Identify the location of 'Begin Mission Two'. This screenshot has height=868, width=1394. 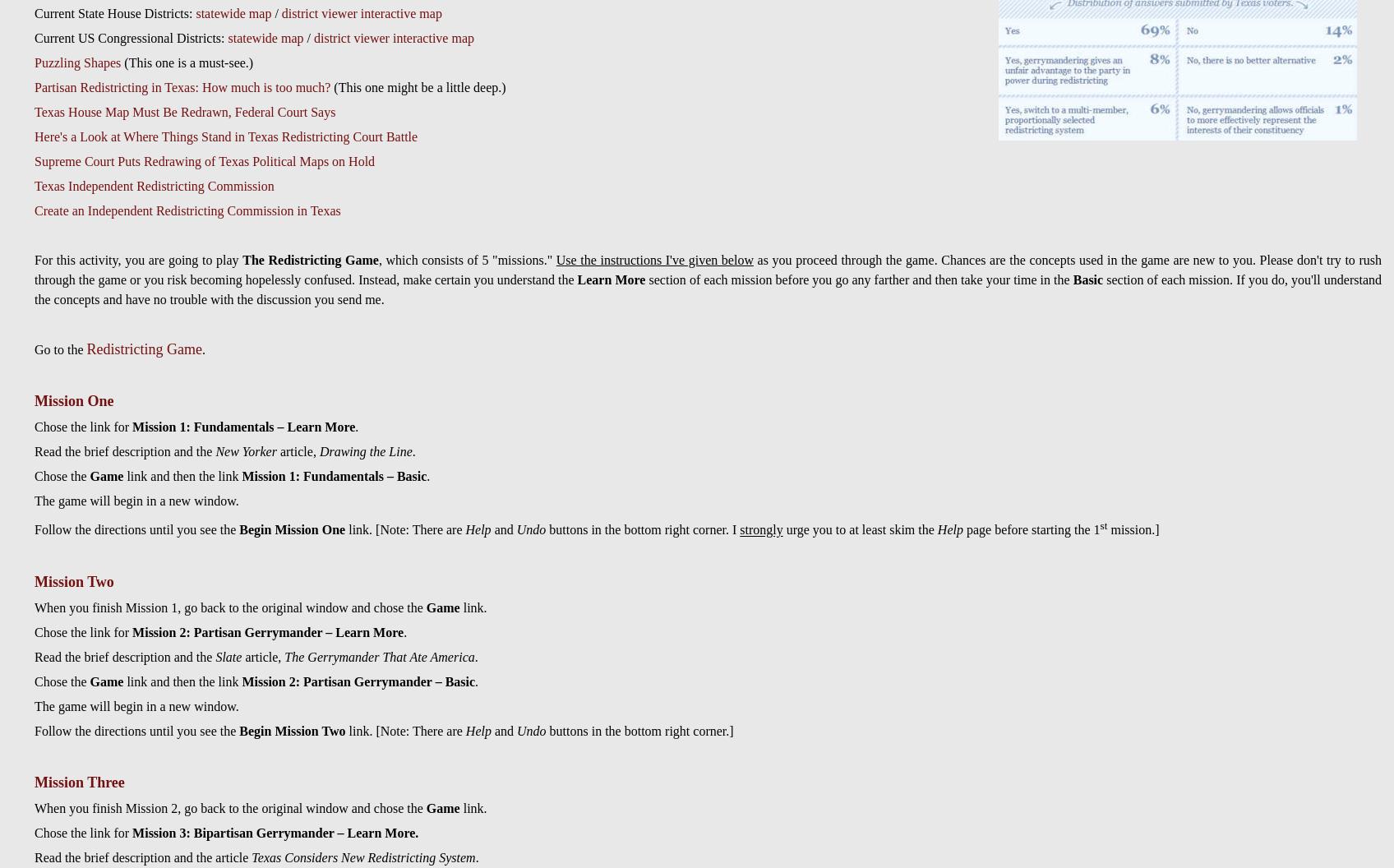
(291, 729).